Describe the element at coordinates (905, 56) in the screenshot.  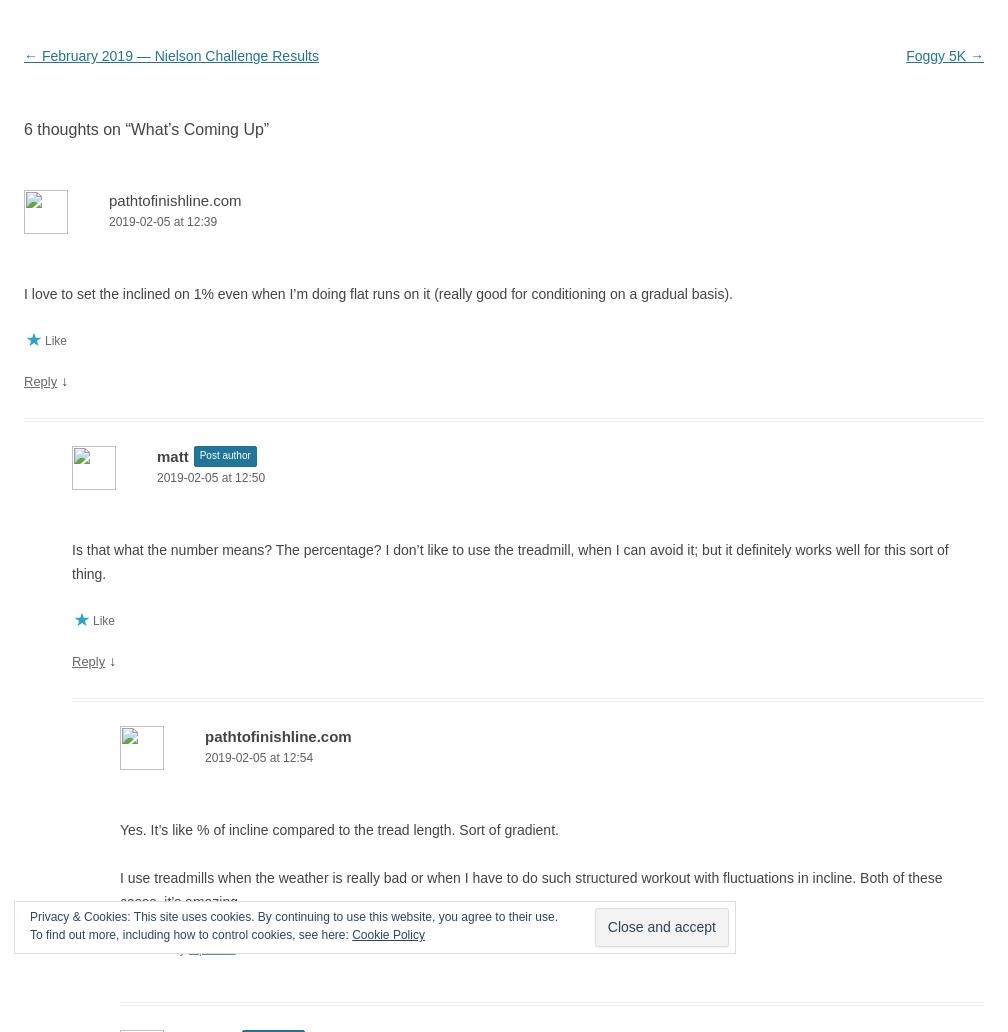
I see `'Foggy 5K'` at that location.